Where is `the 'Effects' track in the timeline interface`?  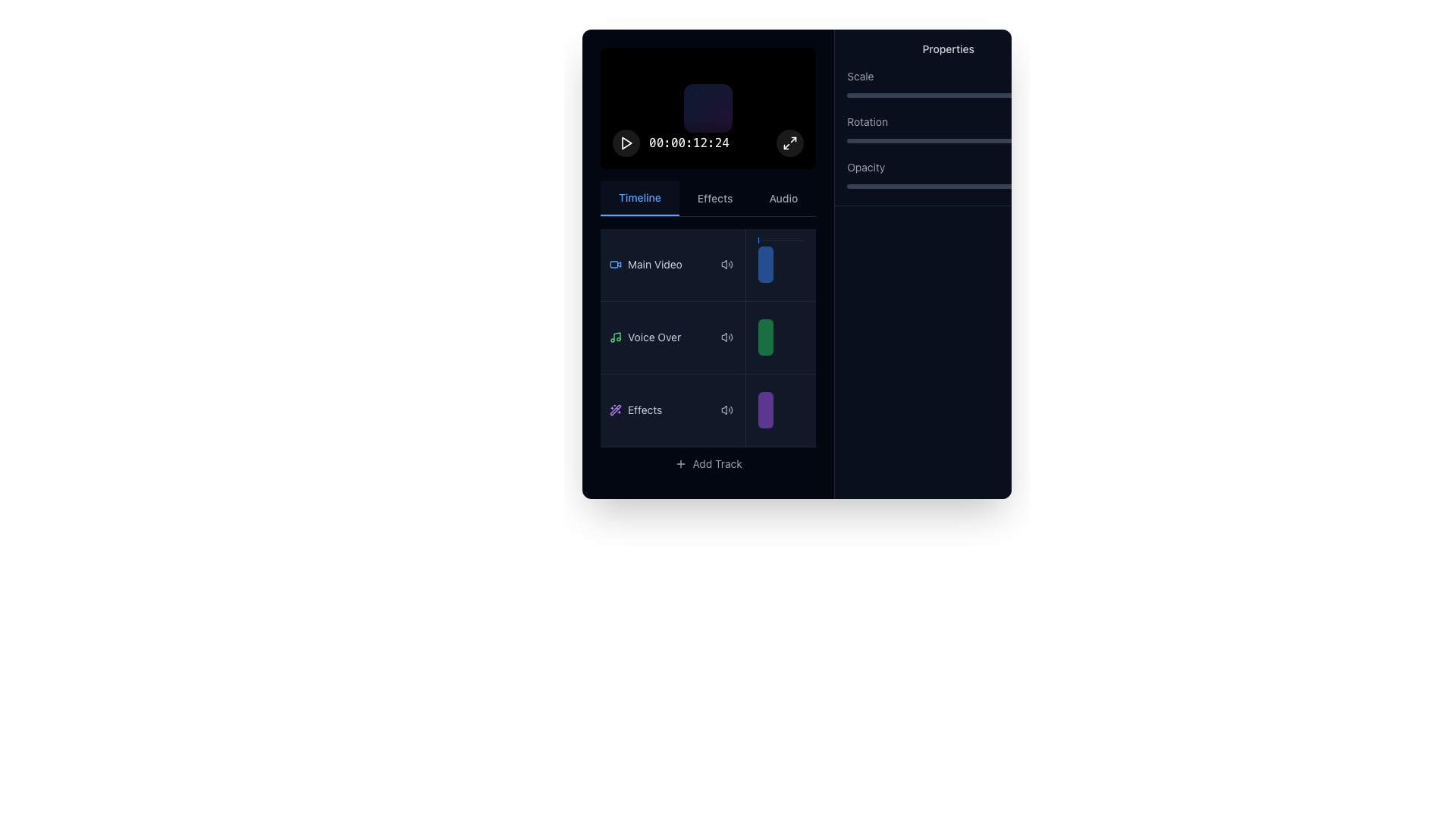
the 'Effects' track in the timeline interface is located at coordinates (673, 409).